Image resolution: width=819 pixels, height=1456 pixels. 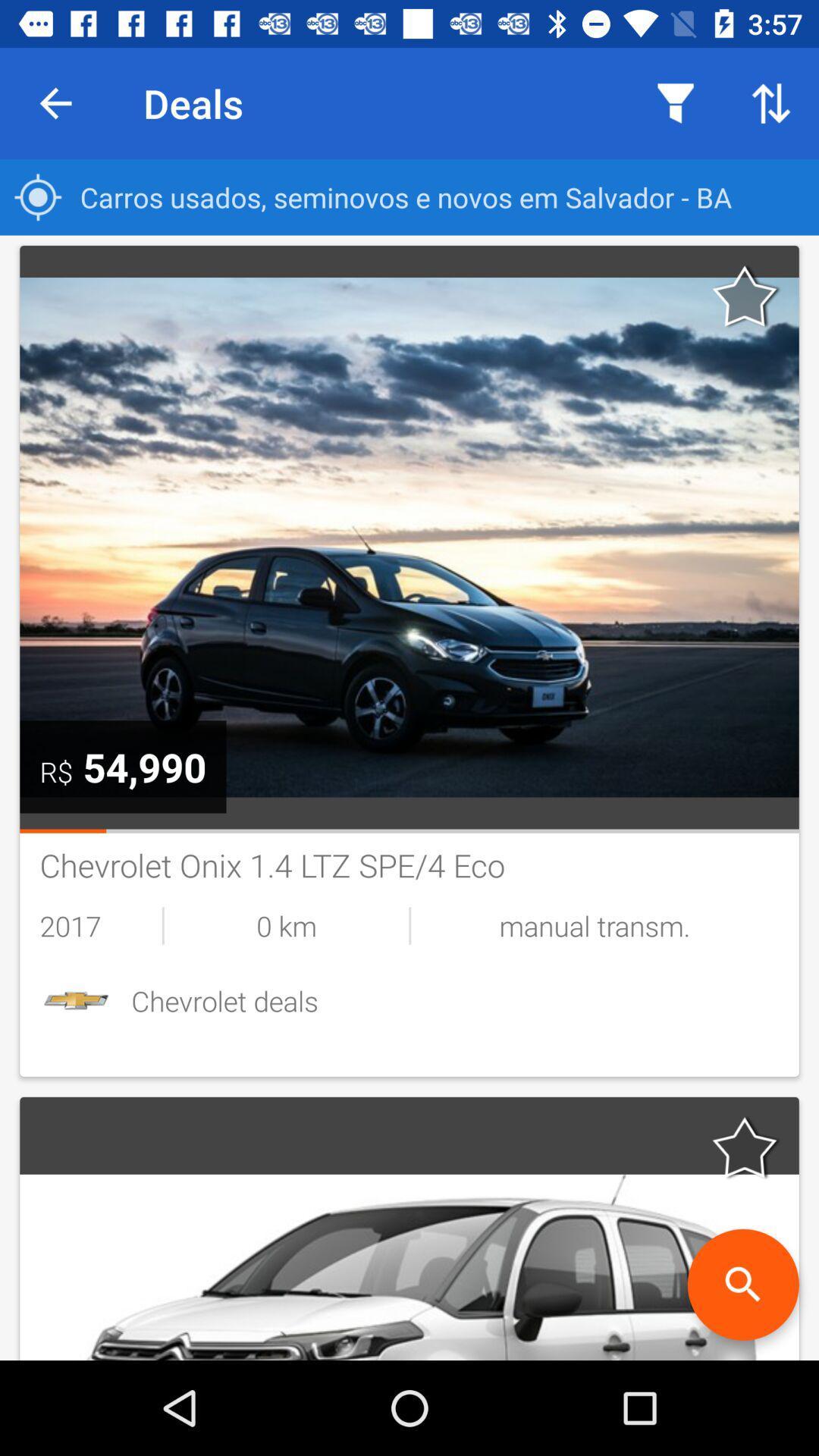 I want to click on the item next to deals item, so click(x=55, y=102).